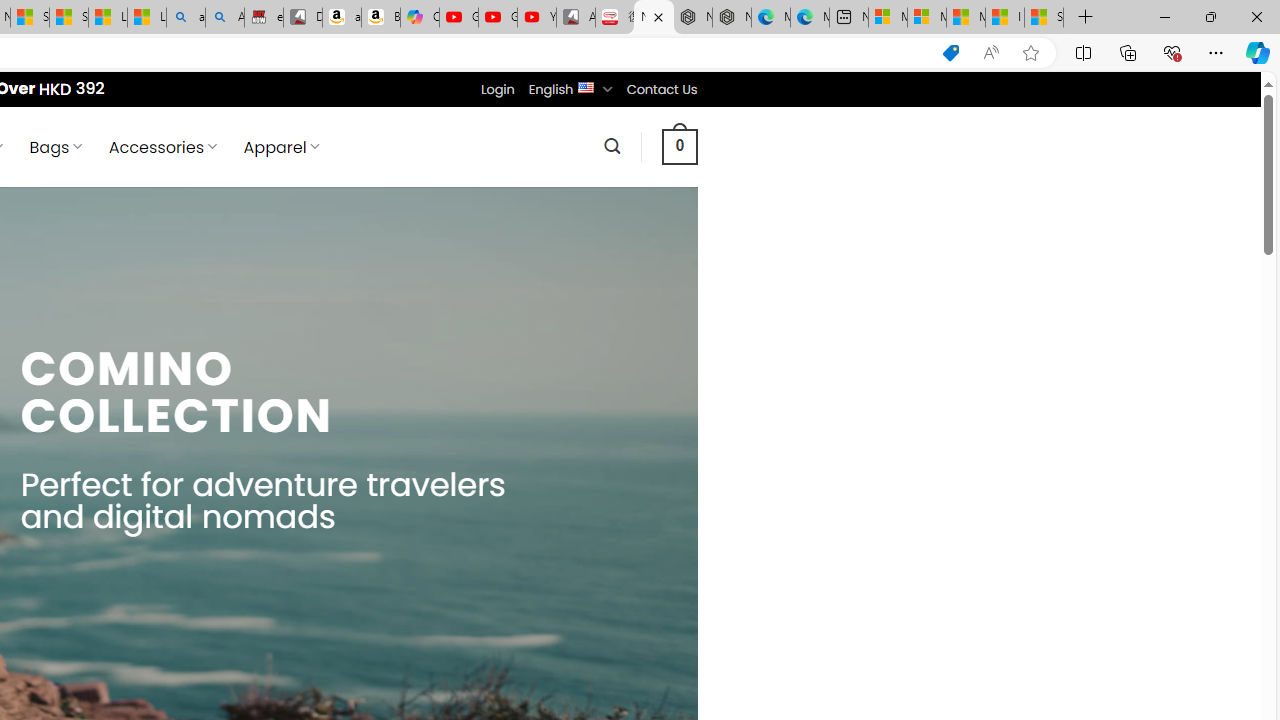 Image resolution: width=1280 pixels, height=720 pixels. Describe the element at coordinates (661, 88) in the screenshot. I see `'Contact Us'` at that location.